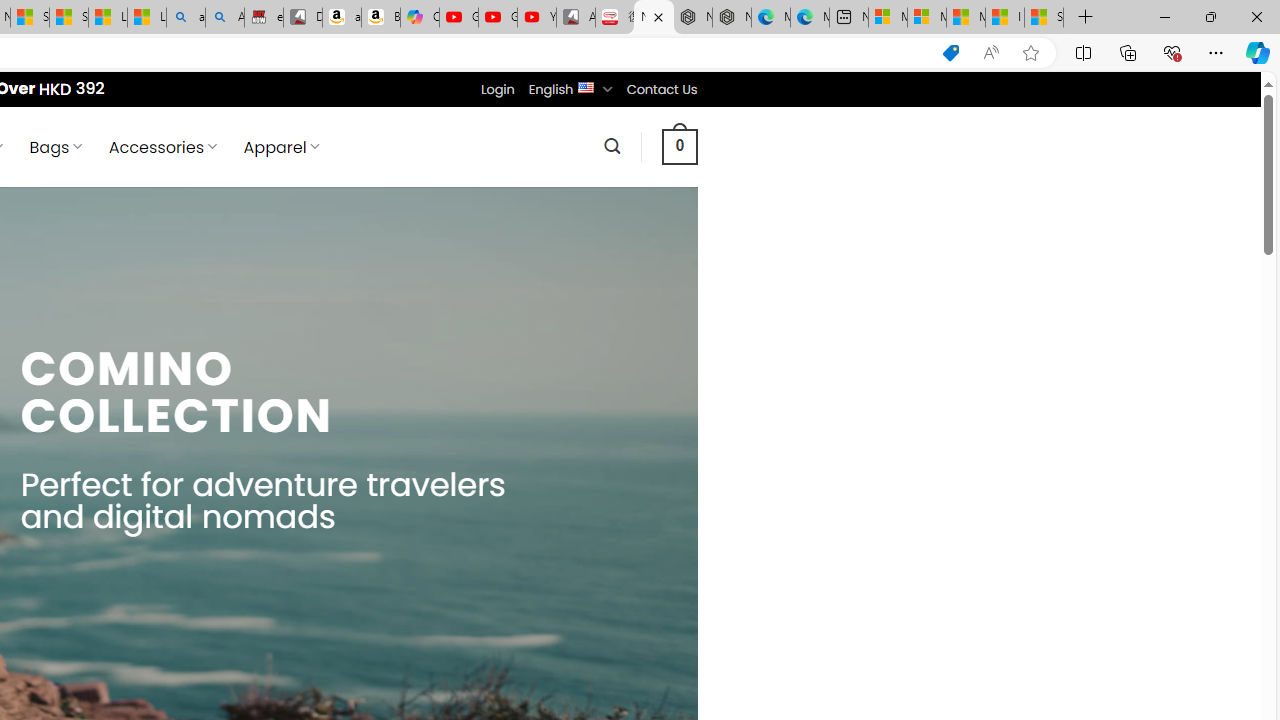 Image resolution: width=1280 pixels, height=720 pixels. Describe the element at coordinates (661, 88) in the screenshot. I see `'Contact Us'` at that location.